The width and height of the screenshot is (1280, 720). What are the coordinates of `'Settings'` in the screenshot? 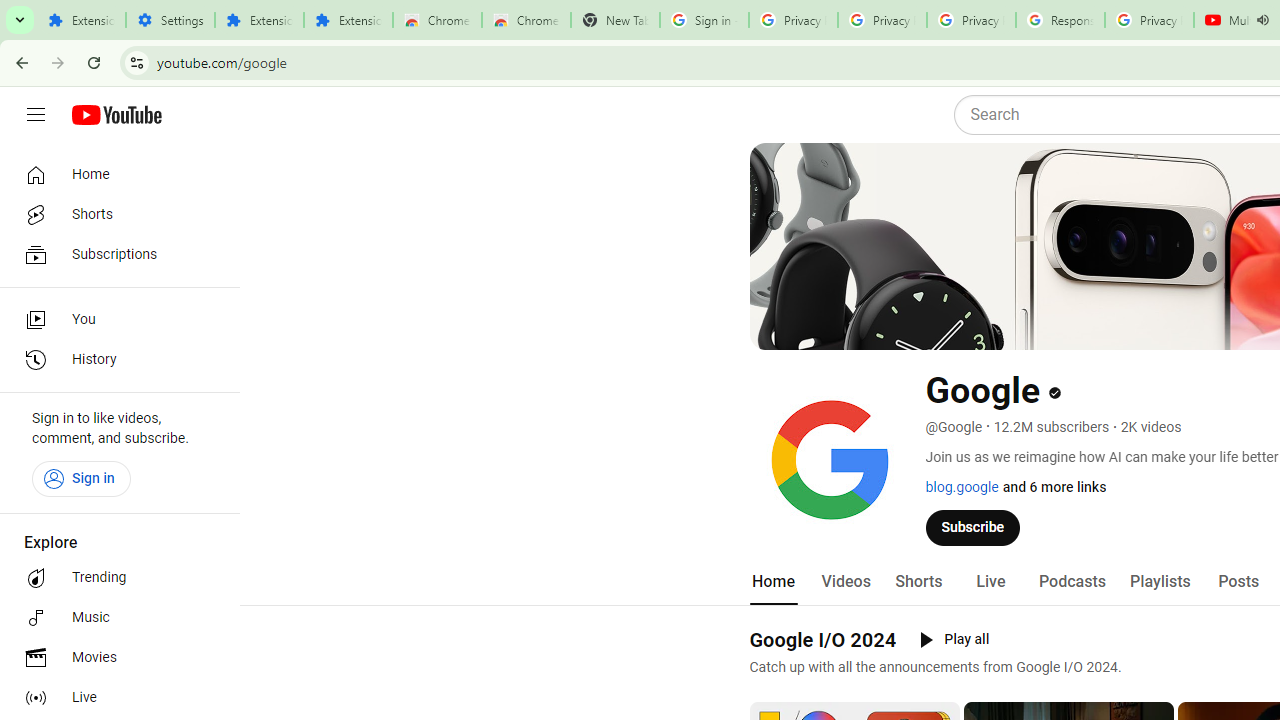 It's located at (170, 20).